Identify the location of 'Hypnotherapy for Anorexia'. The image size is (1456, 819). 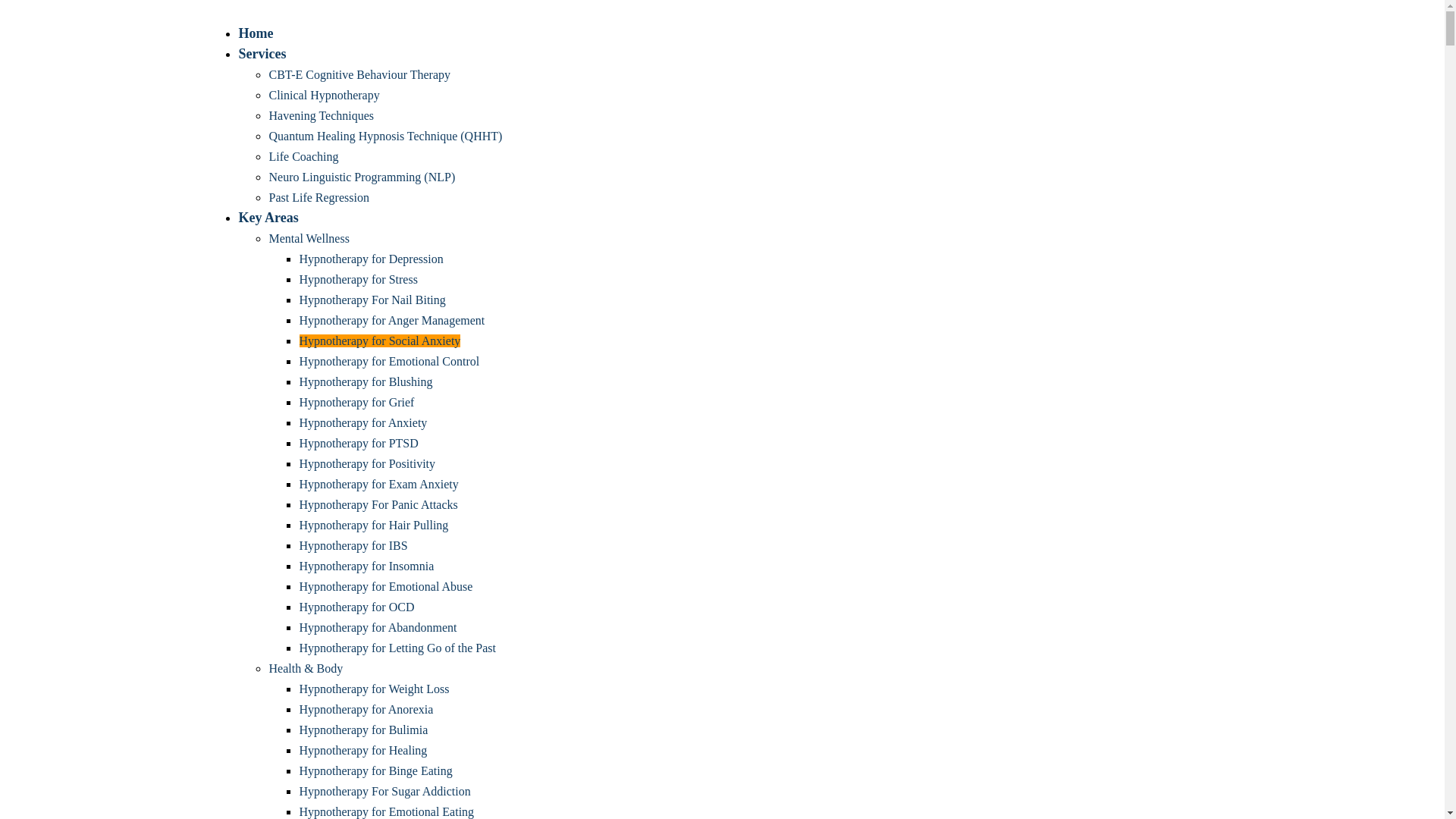
(366, 709).